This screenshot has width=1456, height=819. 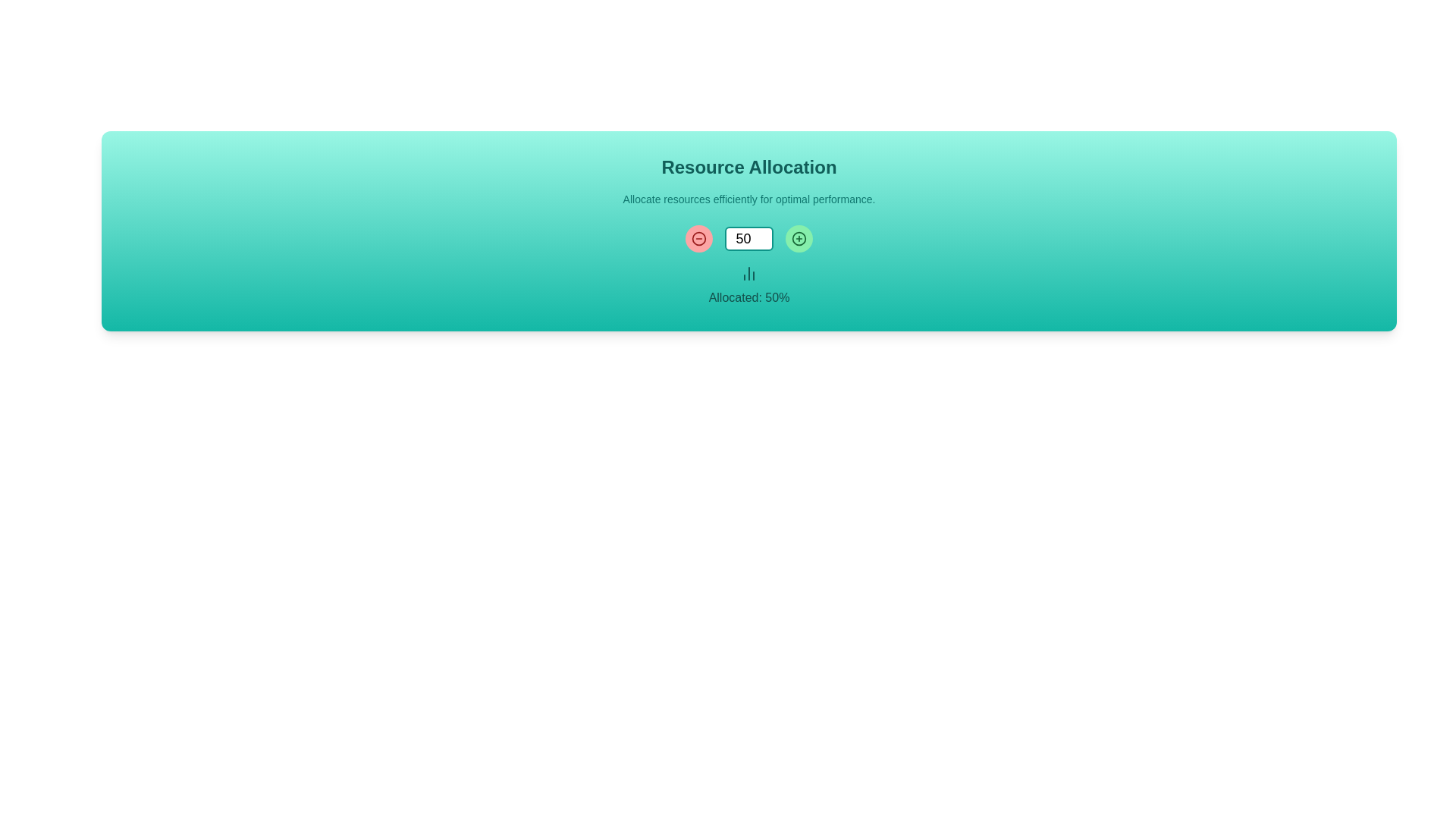 What do you see at coordinates (698, 239) in the screenshot?
I see `the circular red minus icon button located to the left of the numerical input field under the 'Resource Allocation' heading` at bounding box center [698, 239].